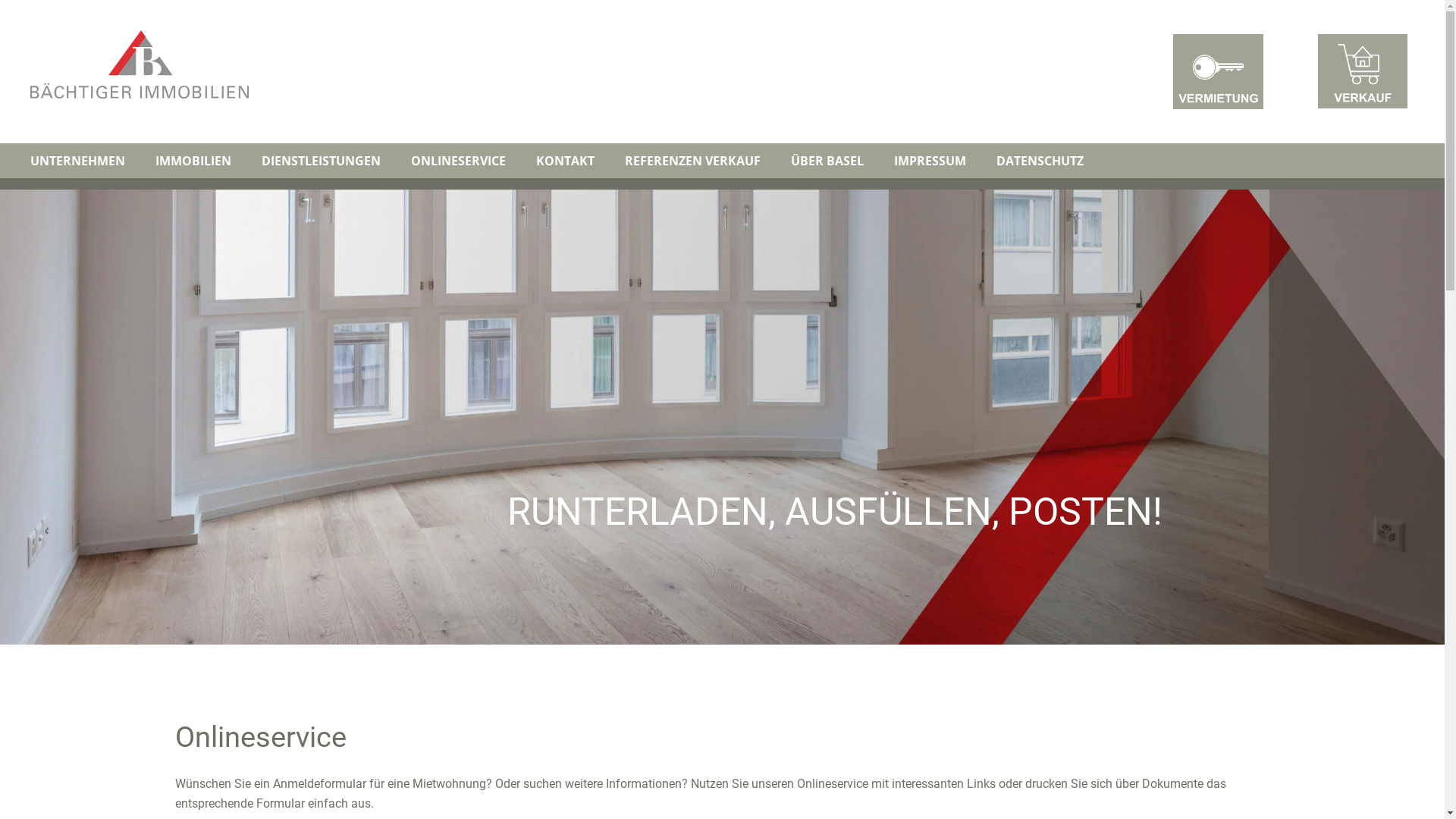  Describe the element at coordinates (320, 161) in the screenshot. I see `'DIENSTLEISTUNGEN'` at that location.